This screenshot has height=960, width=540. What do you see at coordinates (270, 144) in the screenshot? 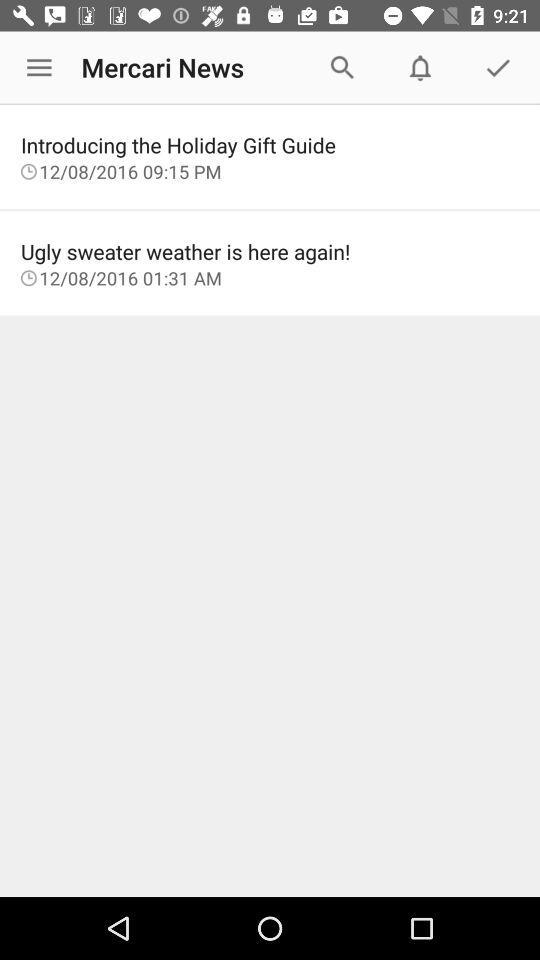
I see `introducing the holiday icon` at bounding box center [270, 144].